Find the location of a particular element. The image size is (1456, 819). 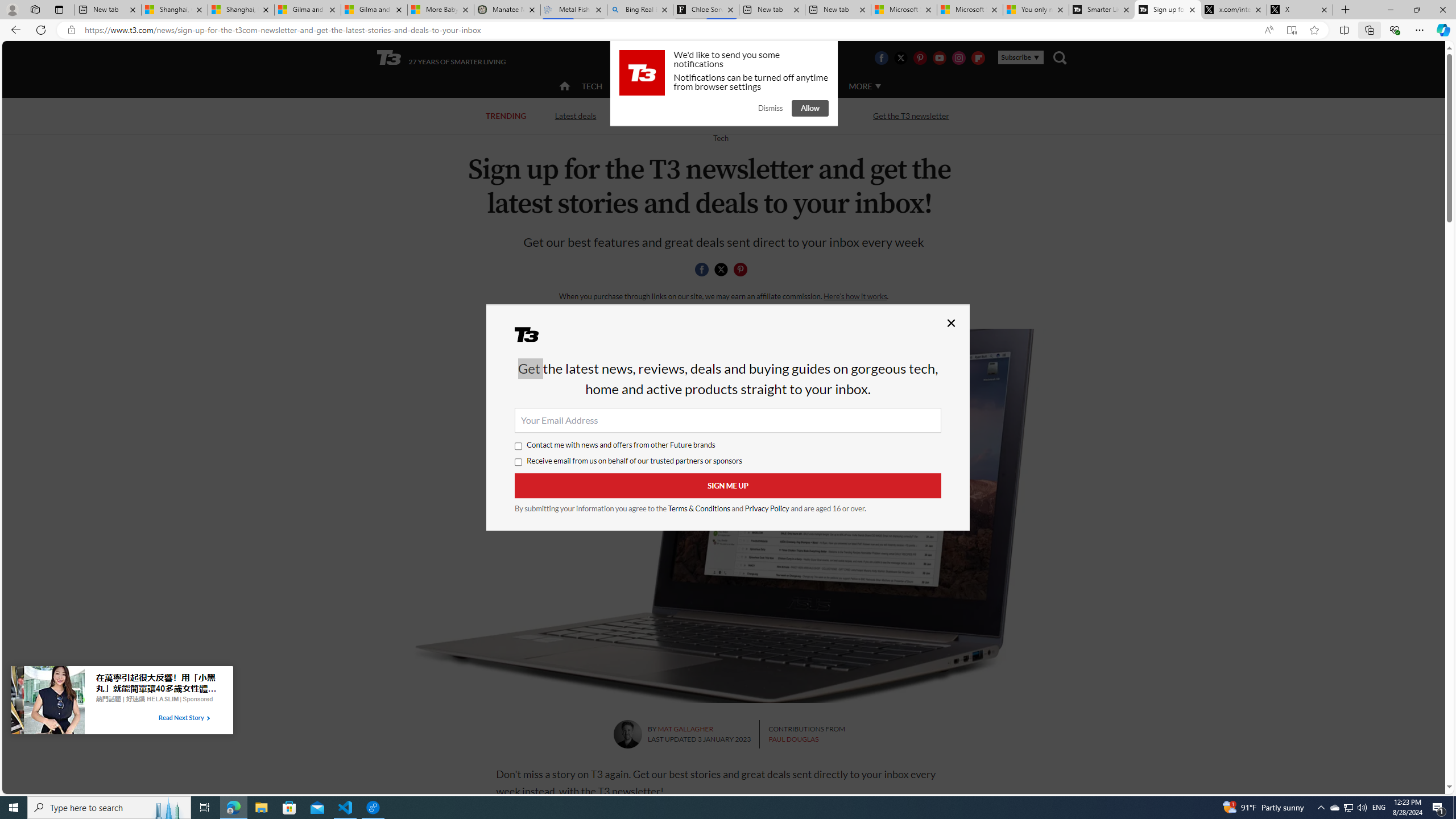

'Sign me up' is located at coordinates (728, 486).